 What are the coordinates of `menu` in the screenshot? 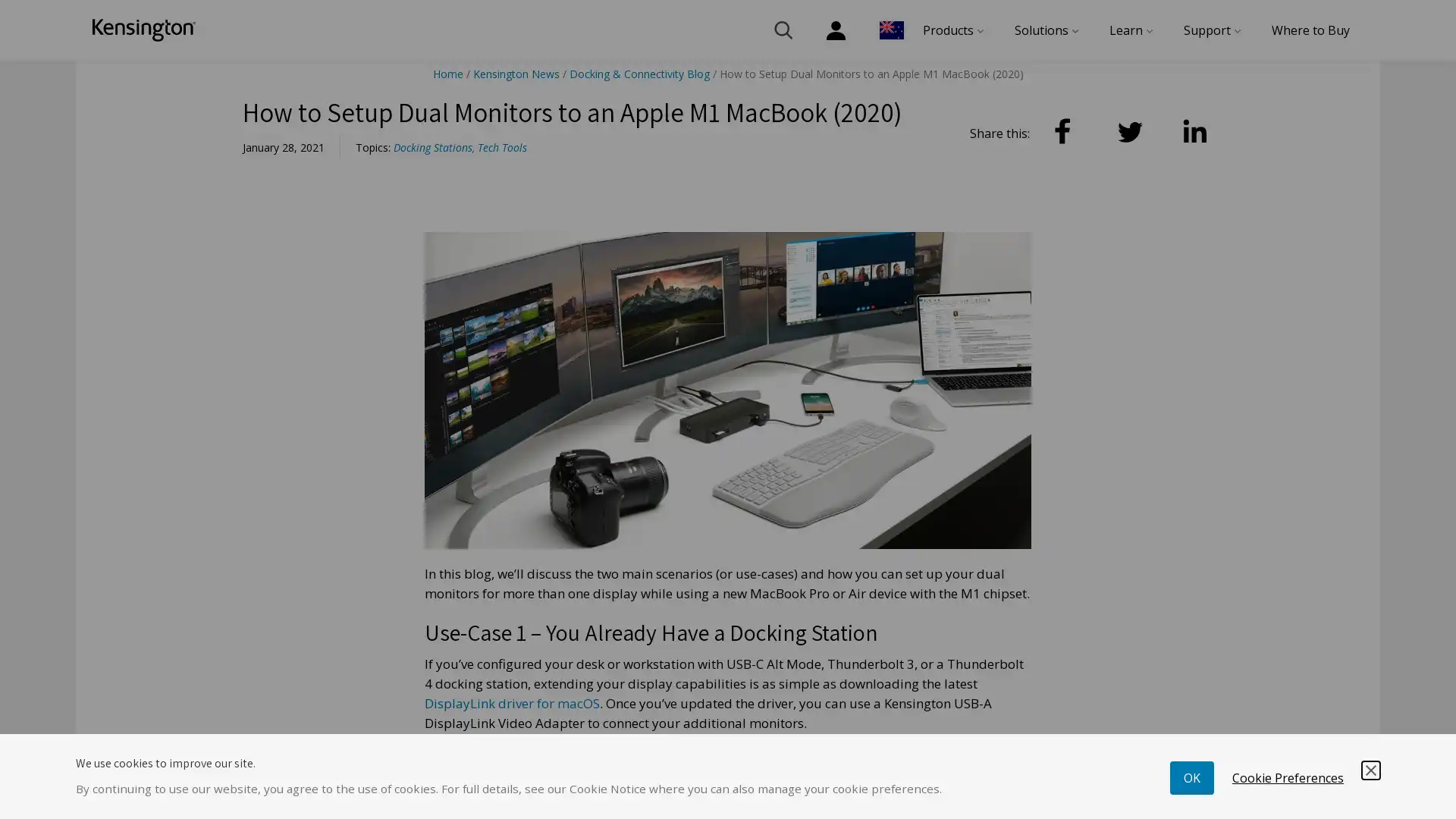 It's located at (1075, 30).